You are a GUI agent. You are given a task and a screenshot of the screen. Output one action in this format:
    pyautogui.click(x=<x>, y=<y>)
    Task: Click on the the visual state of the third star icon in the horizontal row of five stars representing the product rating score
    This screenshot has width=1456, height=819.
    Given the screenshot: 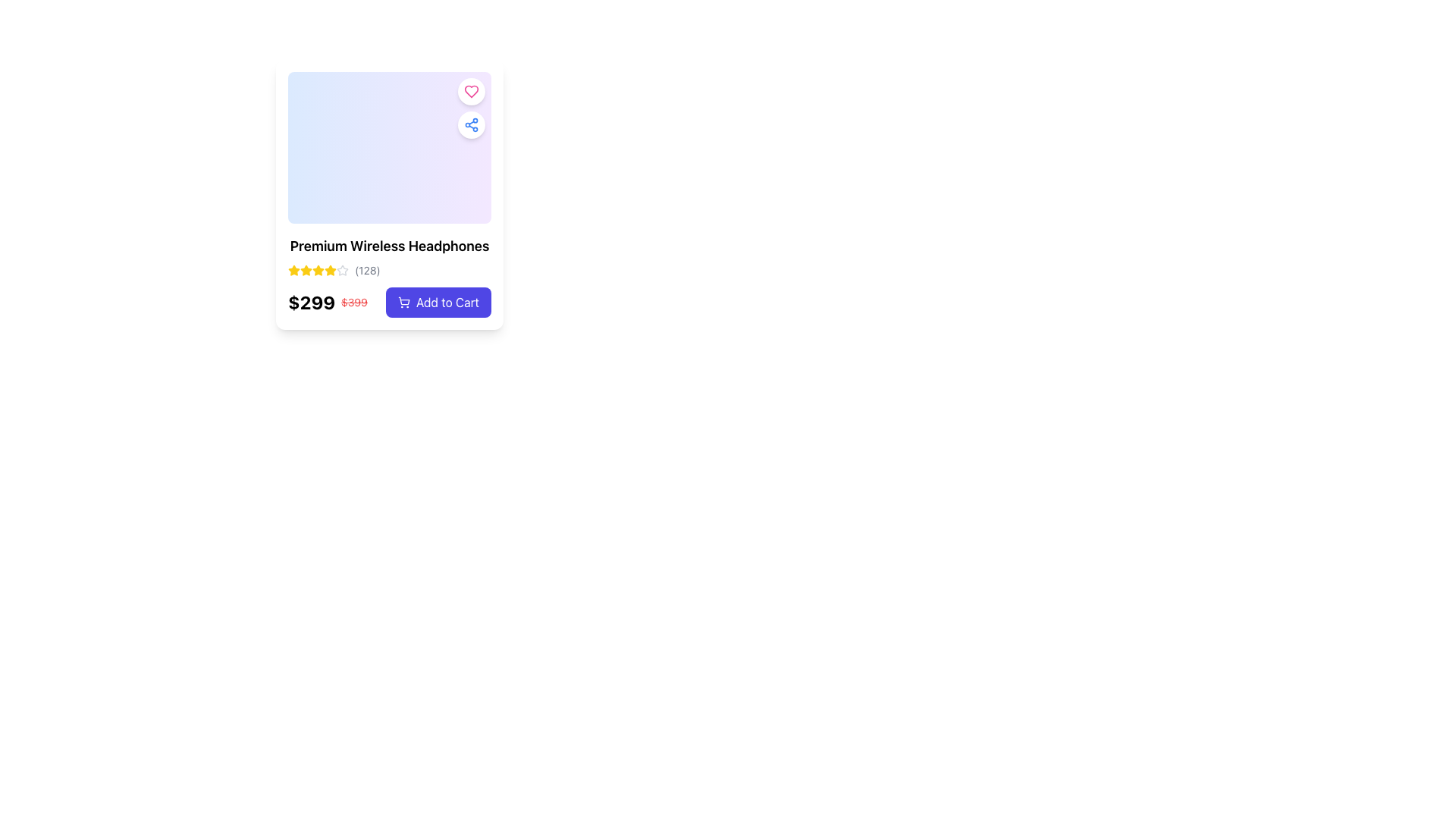 What is the action you would take?
    pyautogui.click(x=318, y=269)
    